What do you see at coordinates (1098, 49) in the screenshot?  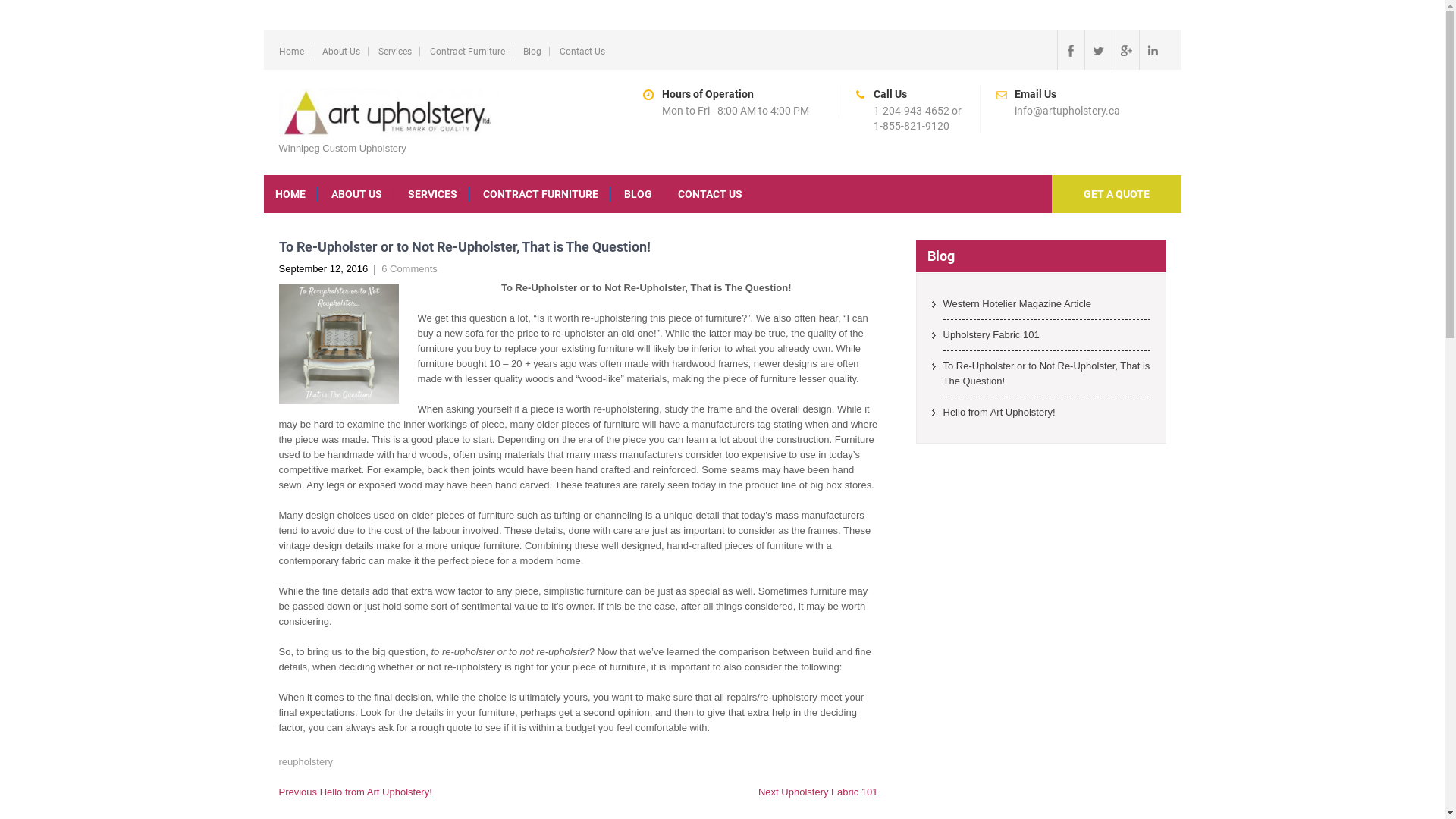 I see `'twitter'` at bounding box center [1098, 49].